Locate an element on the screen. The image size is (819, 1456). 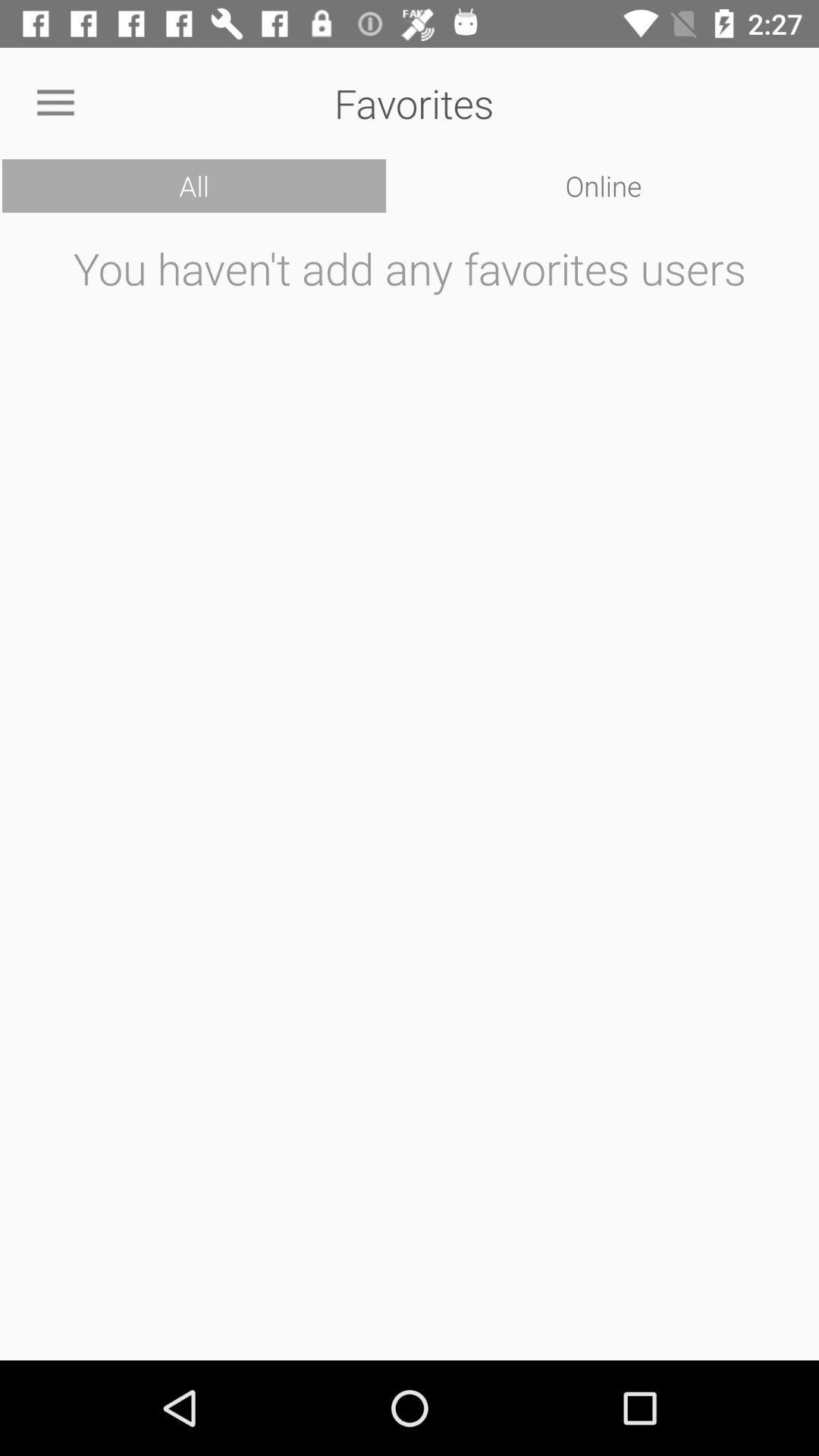
the icon below the favorites item is located at coordinates (603, 185).